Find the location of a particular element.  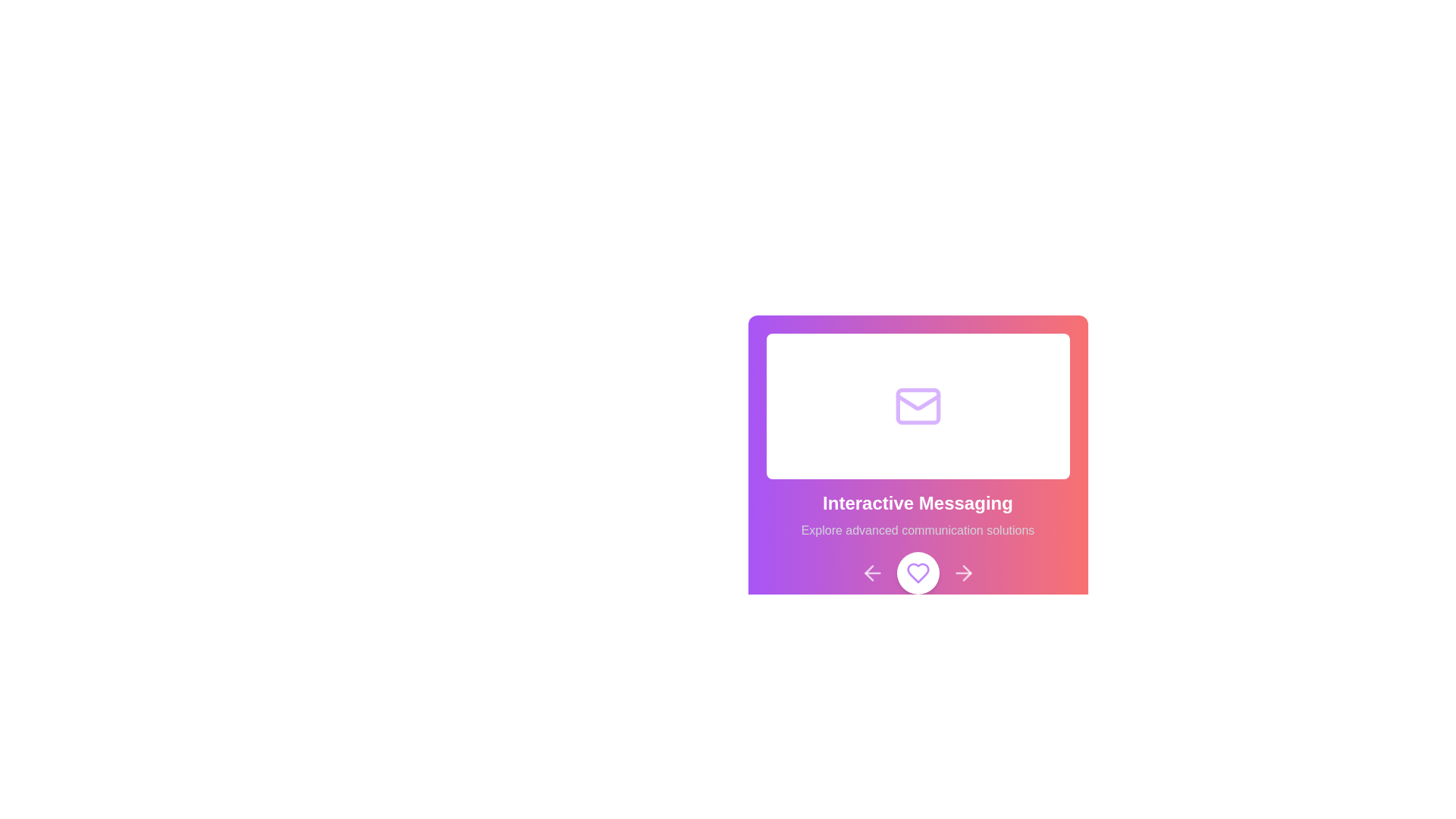

the left-pointing arrow icon located at the bottom left section of the visible card area is located at coordinates (868, 573).